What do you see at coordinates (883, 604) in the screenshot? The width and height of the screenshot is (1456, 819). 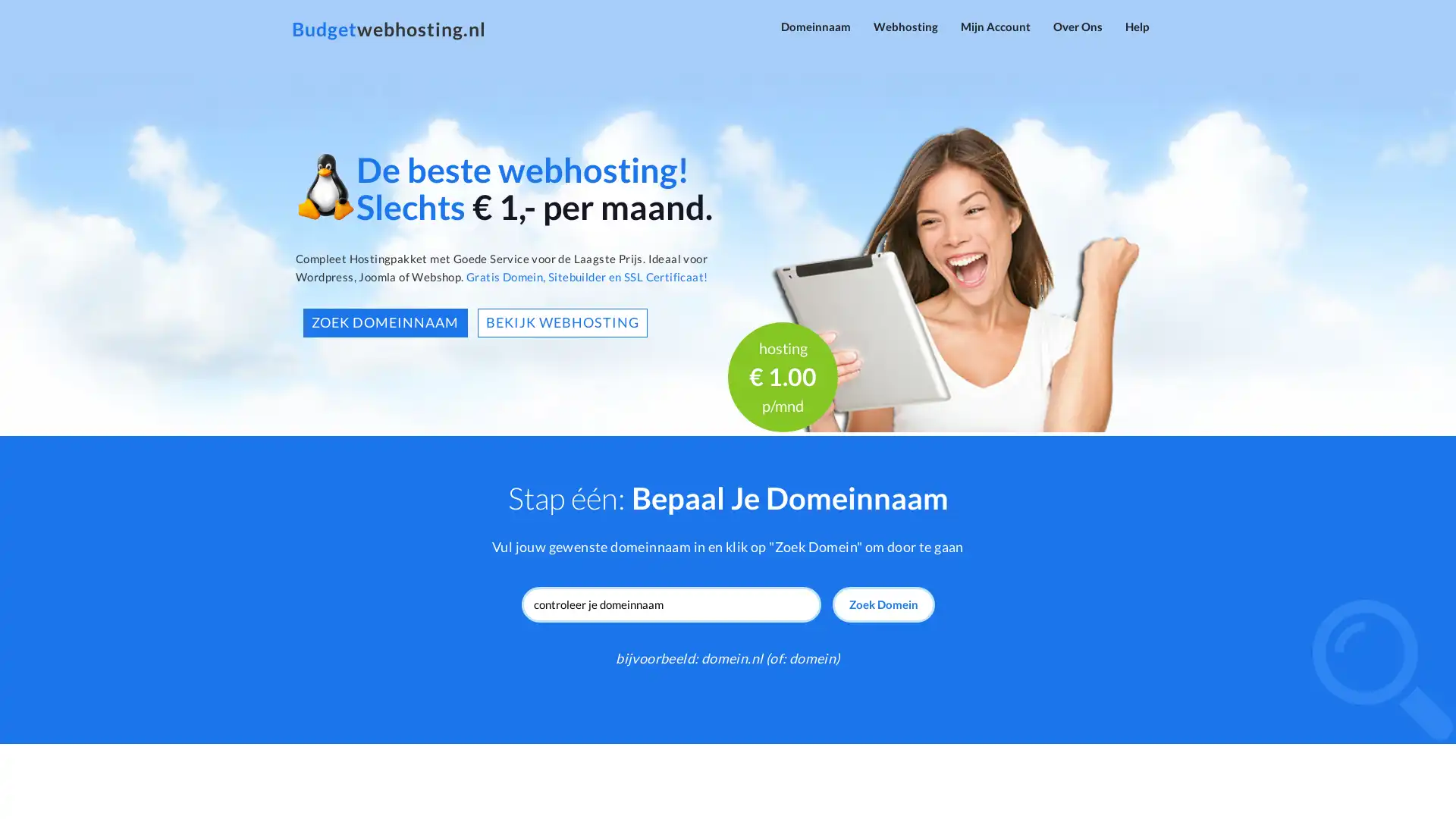 I see `Zoek Domein` at bounding box center [883, 604].